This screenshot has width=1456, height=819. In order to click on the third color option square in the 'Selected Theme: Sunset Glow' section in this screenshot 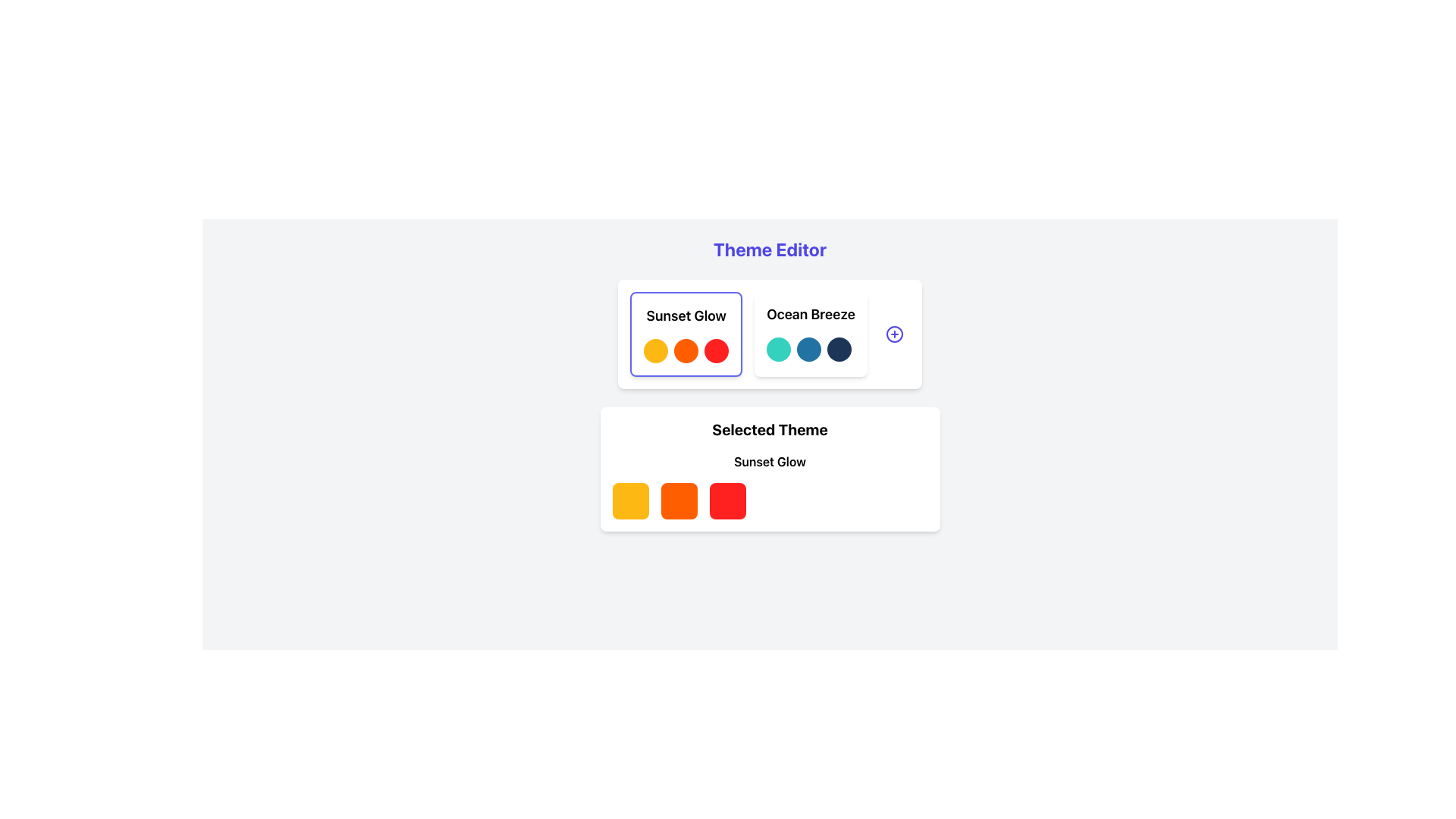, I will do `click(726, 500)`.